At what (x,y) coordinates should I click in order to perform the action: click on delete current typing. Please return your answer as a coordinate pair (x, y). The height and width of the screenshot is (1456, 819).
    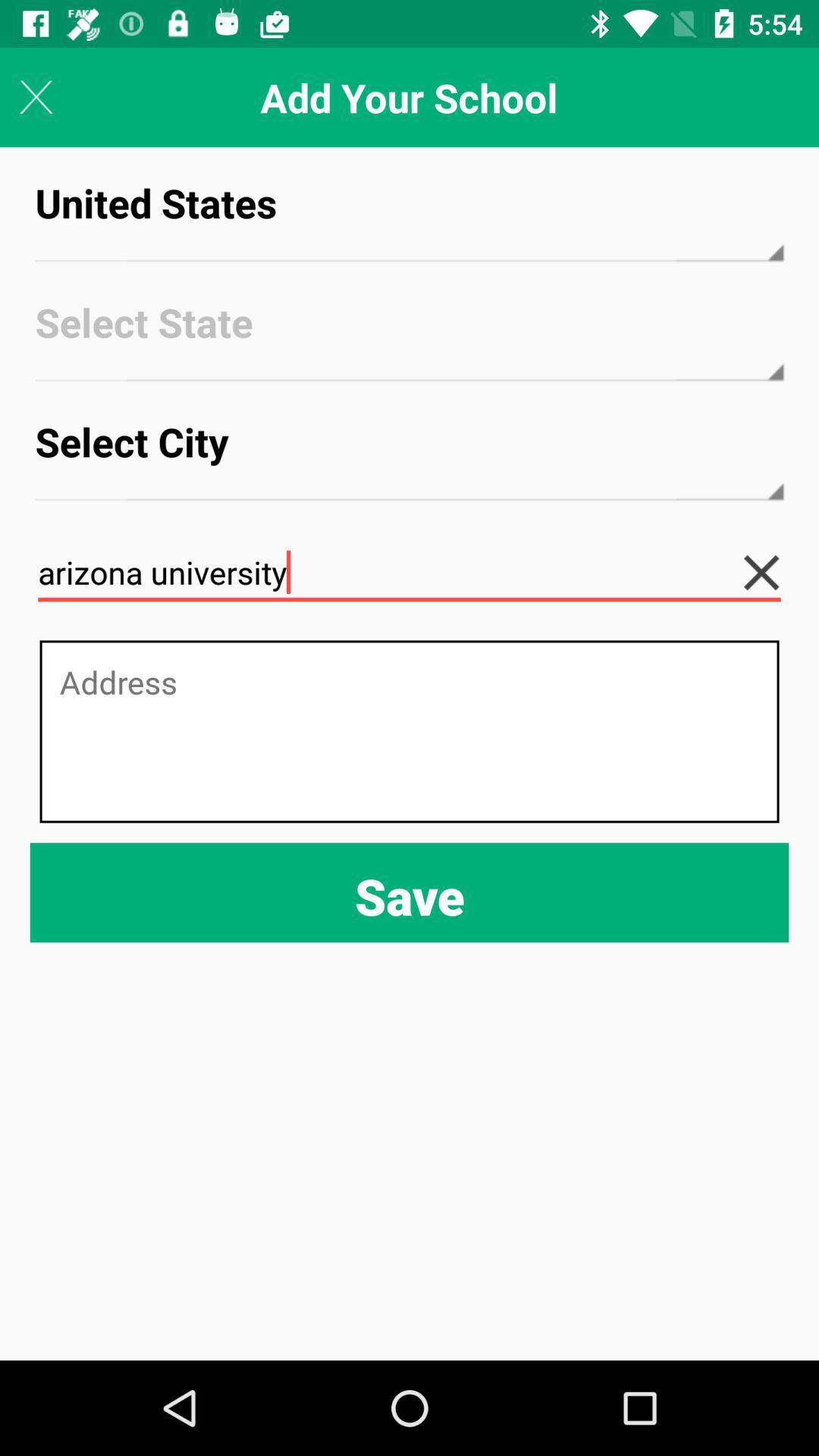
    Looking at the image, I should click on (773, 572).